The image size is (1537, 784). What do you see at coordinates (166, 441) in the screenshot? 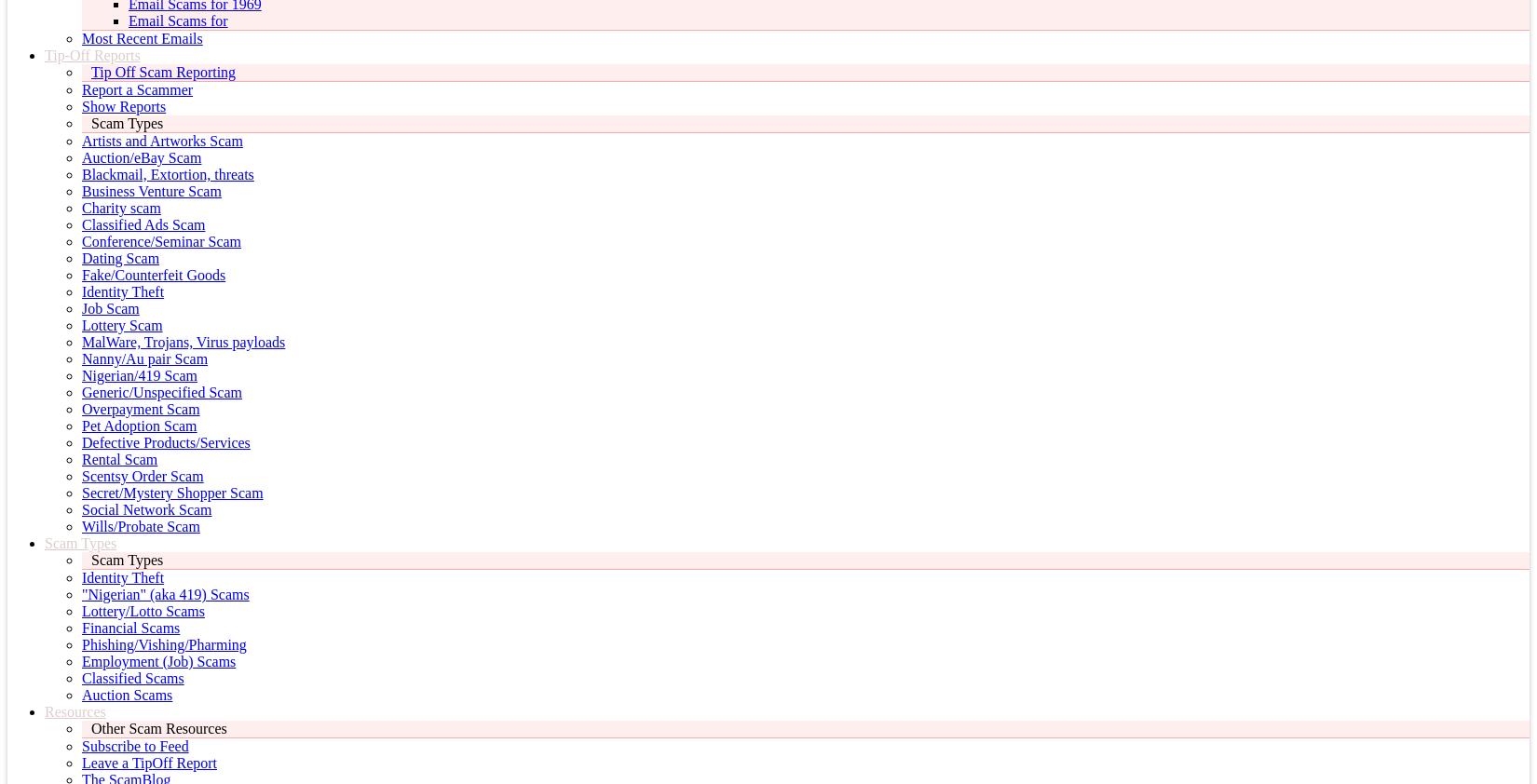
I see `'Defective Products/Services'` at bounding box center [166, 441].